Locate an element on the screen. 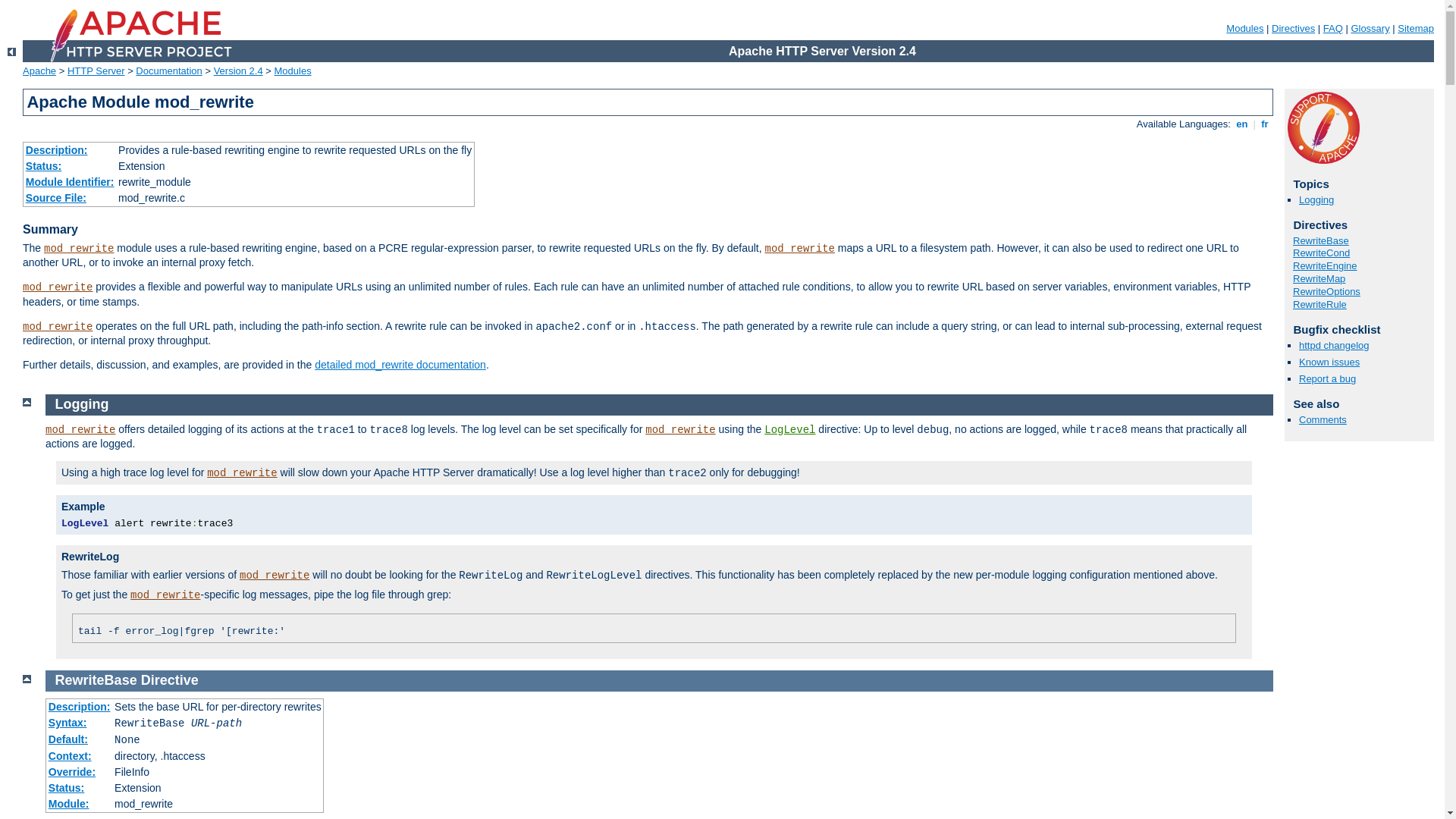  'Documentation' is located at coordinates (168, 71).